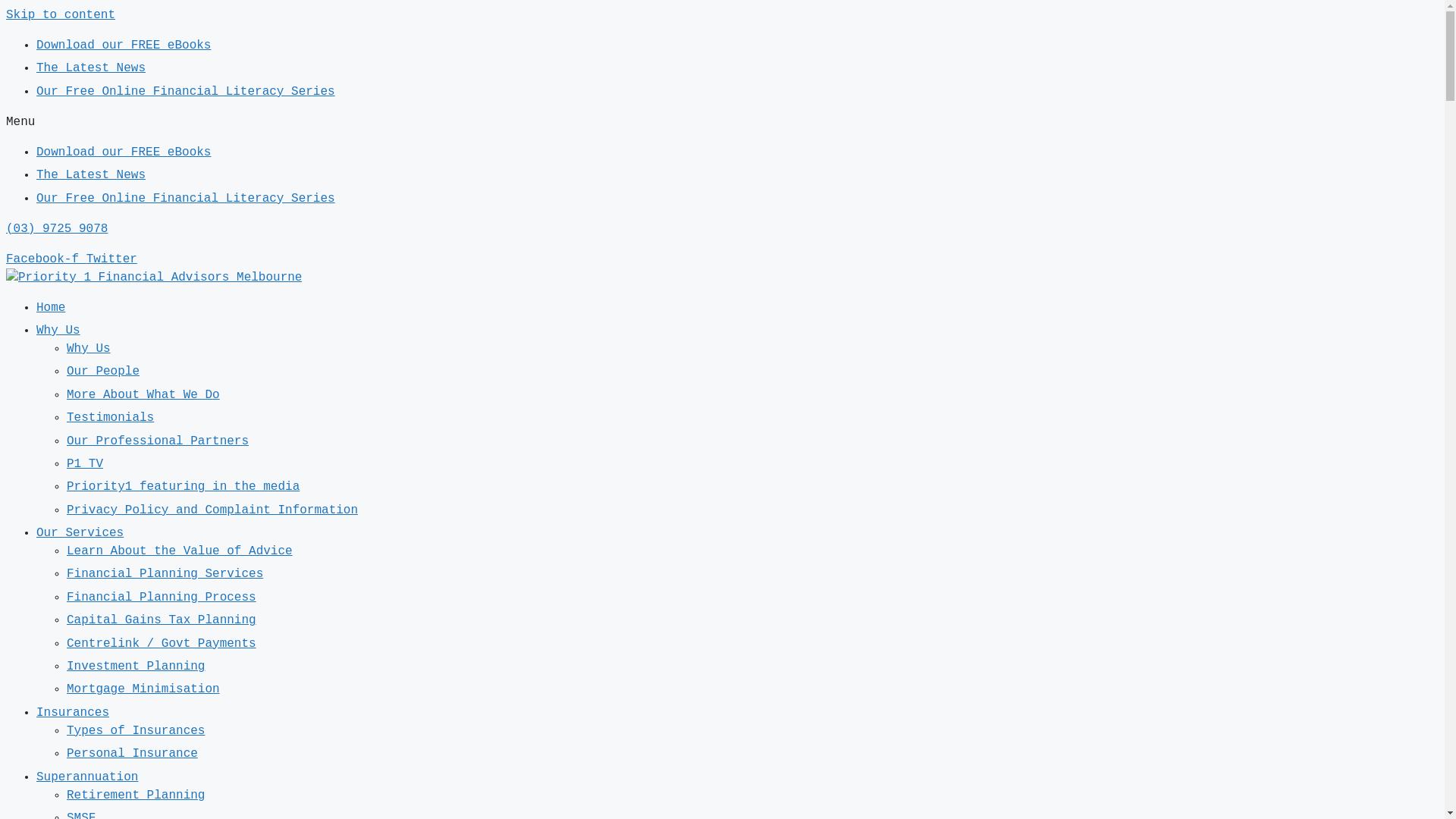  Describe the element at coordinates (46, 259) in the screenshot. I see `'Facebook-f'` at that location.